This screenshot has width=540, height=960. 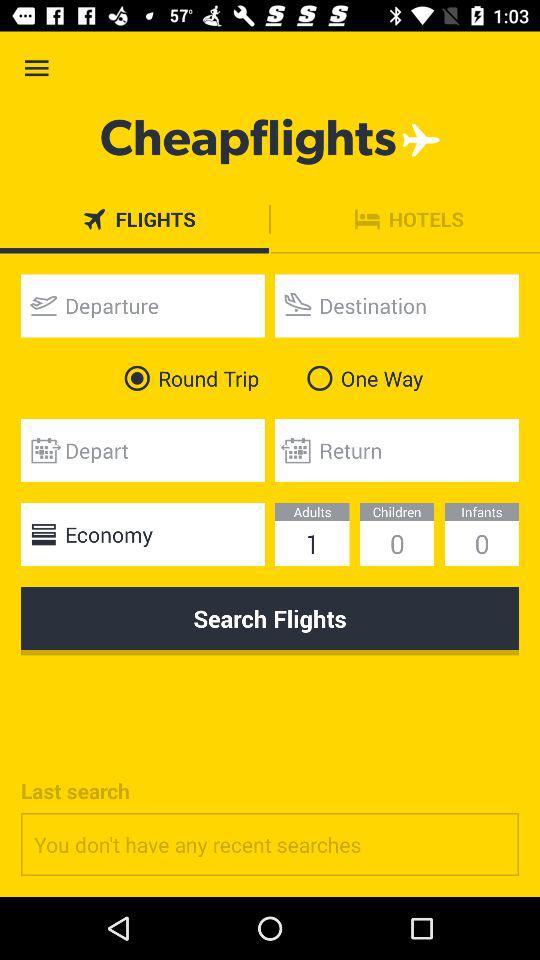 I want to click on input return date, so click(x=397, y=450).